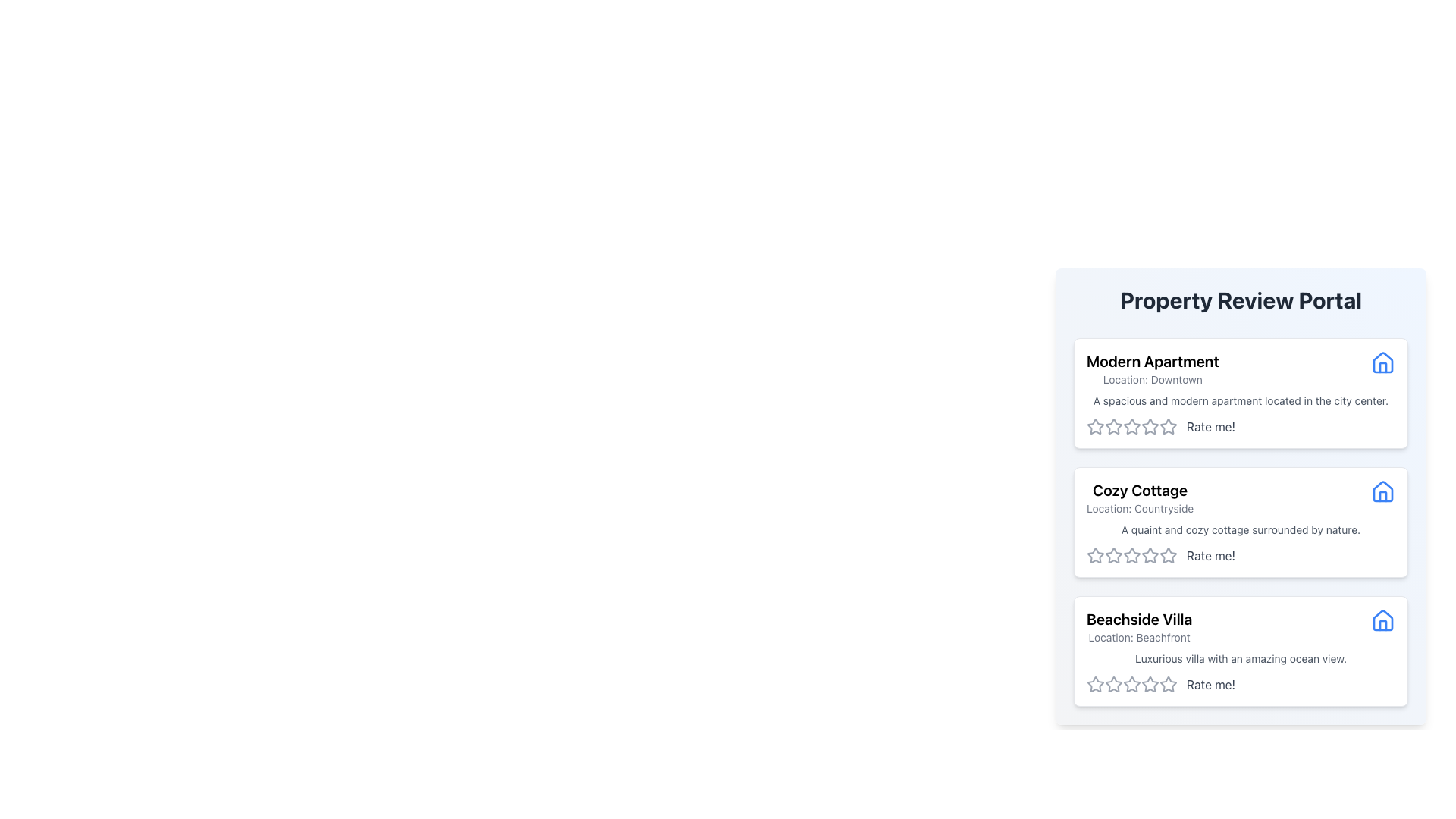 The height and width of the screenshot is (819, 1456). I want to click on the 'Rate me!' text label styled in gray font, located to the right of the stars in the 'Modern Apartment' property description card, so click(1210, 427).